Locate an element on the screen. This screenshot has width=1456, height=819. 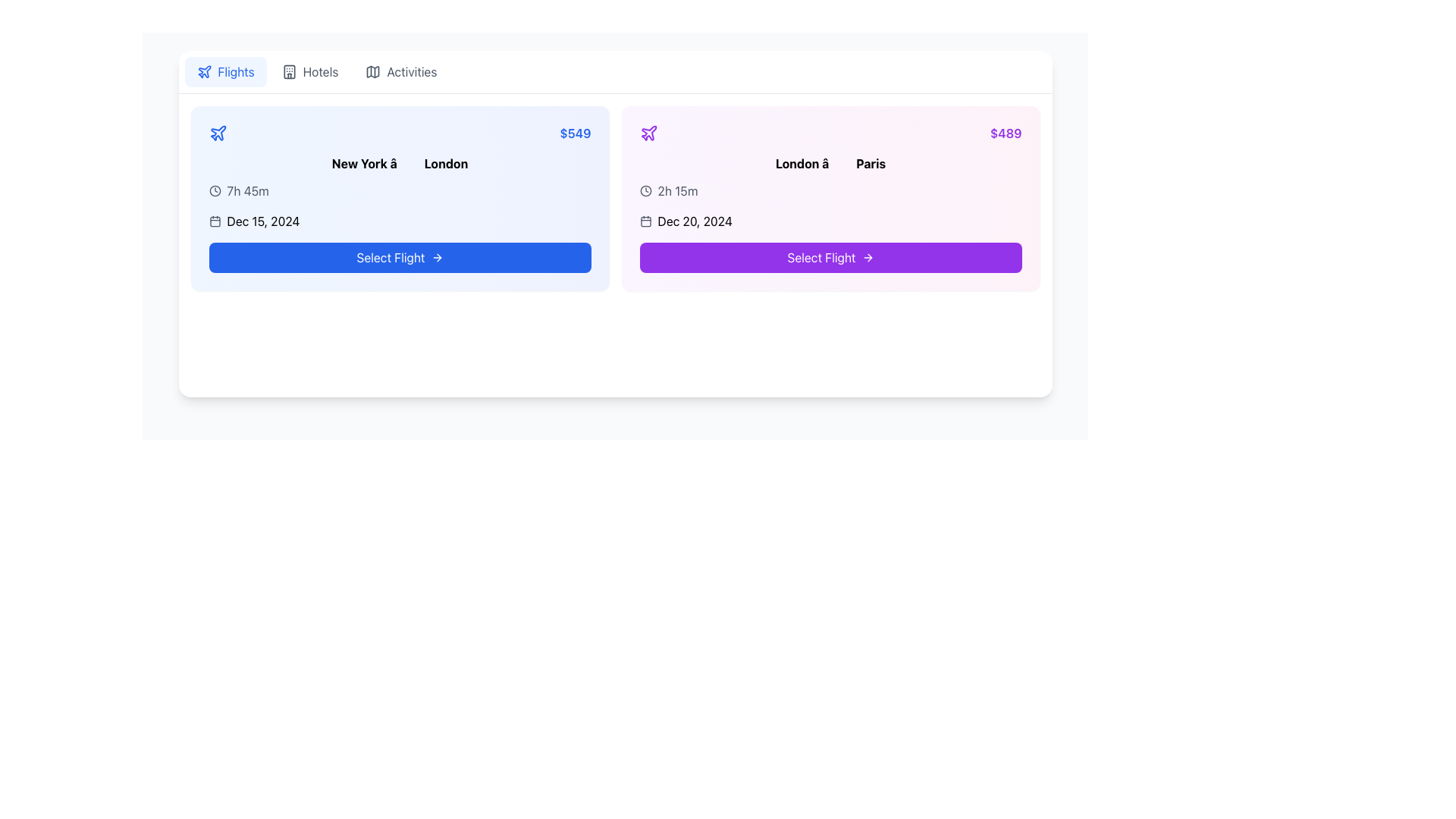
the 'Select Flight' button located within a blue rectangular button on the left side of the interface, which is enhanced visually by the decorative icon to its right is located at coordinates (436, 256).